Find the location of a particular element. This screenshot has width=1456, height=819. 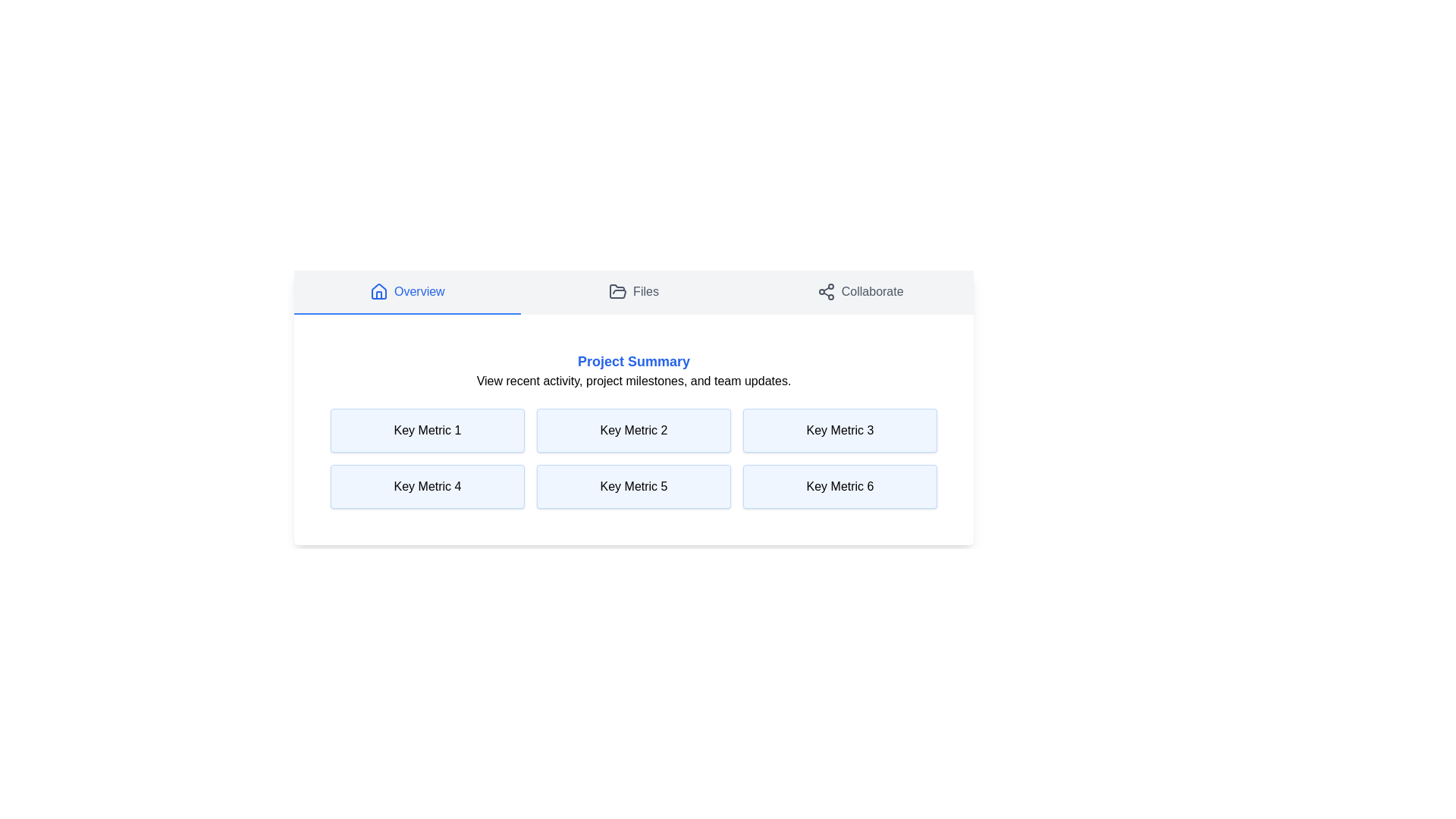

information displayed in the grid of informational cards located below the 'Project Summary' title, which consists of six rectangular blocks with a light blue background, containing titles like 'Key Metric 1', 'Key Metric 2', etc is located at coordinates (633, 458).